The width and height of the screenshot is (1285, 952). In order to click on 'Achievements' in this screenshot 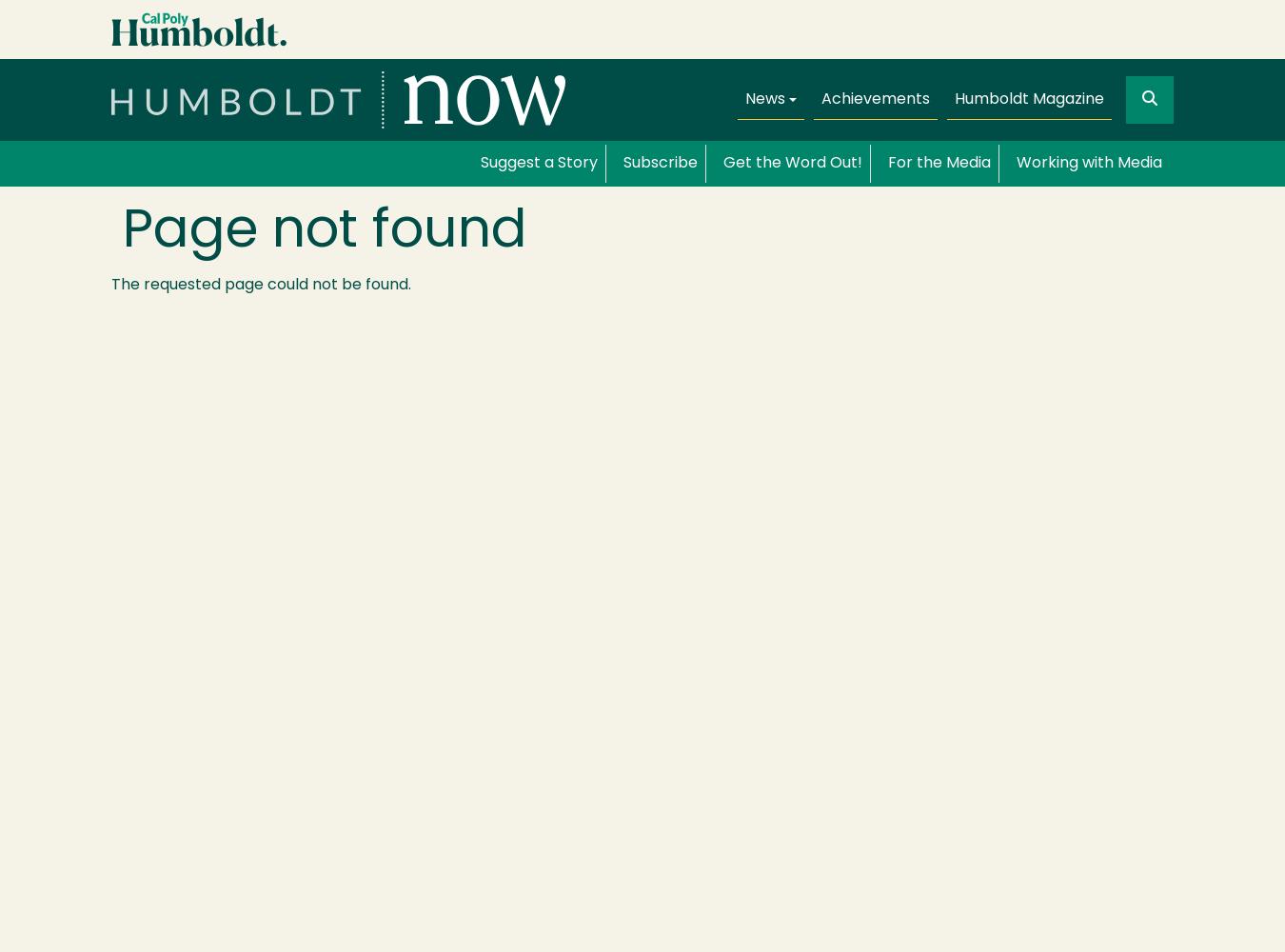, I will do `click(875, 98)`.